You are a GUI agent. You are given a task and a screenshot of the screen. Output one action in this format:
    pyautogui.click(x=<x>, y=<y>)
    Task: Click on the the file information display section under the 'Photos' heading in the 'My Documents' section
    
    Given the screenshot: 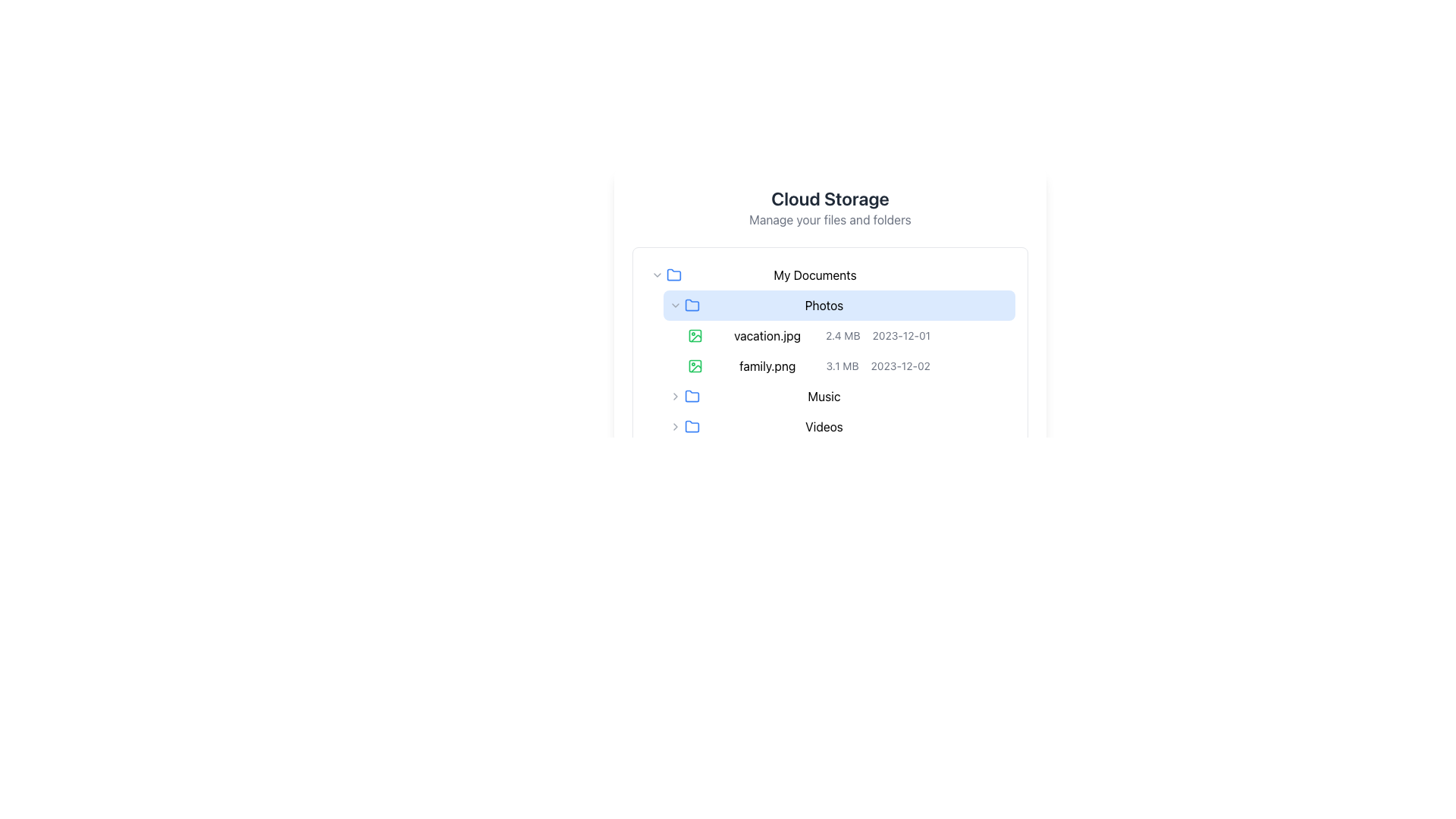 What is the action you would take?
    pyautogui.click(x=829, y=366)
    